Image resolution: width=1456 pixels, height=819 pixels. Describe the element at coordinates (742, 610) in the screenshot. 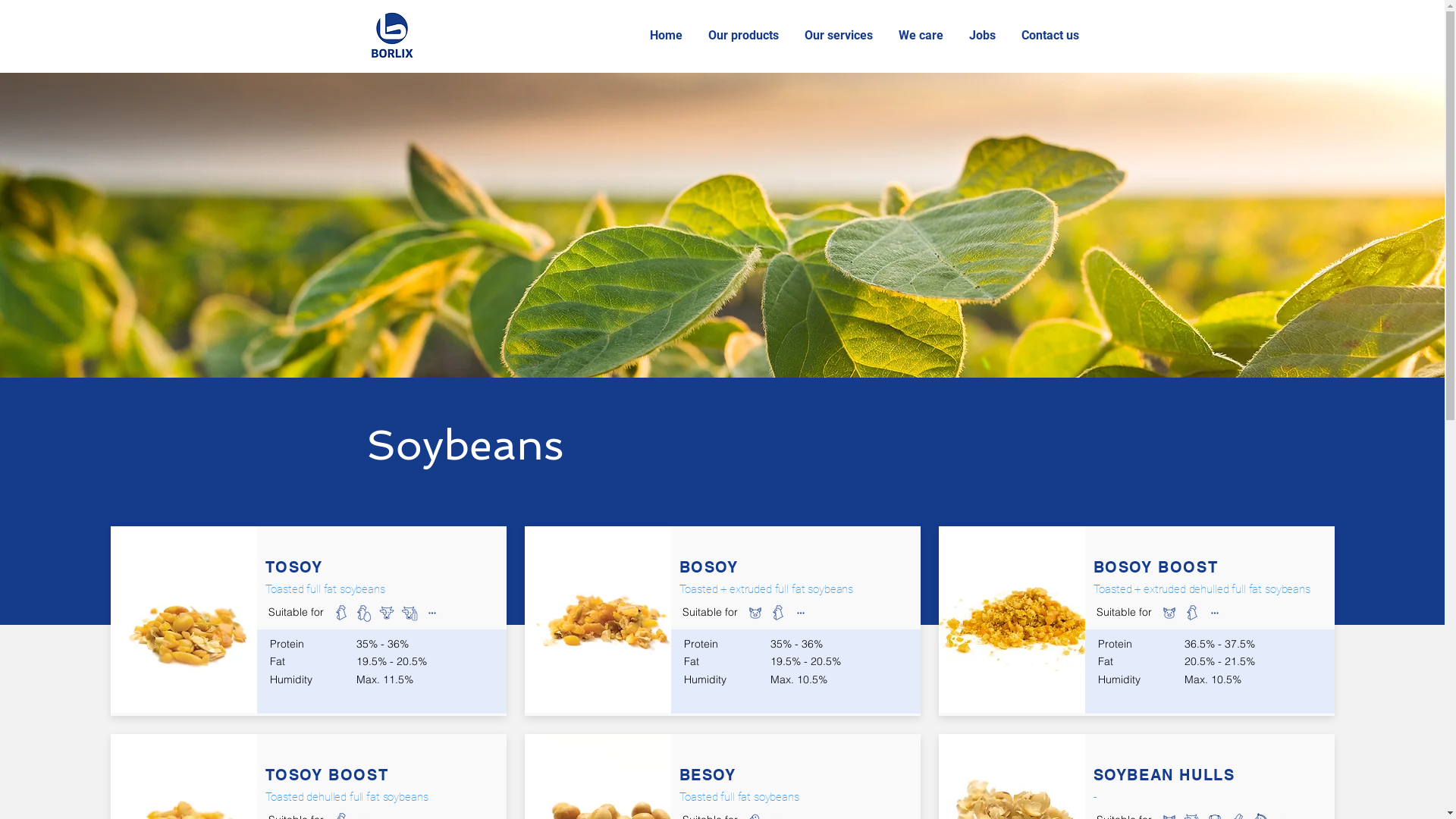

I see `'Piglets'` at that location.